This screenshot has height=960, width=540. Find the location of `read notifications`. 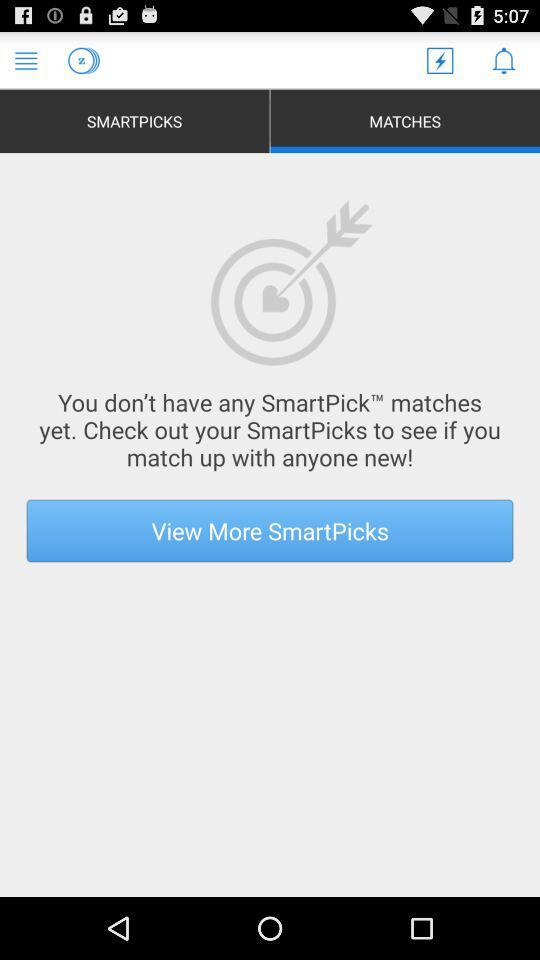

read notifications is located at coordinates (502, 59).